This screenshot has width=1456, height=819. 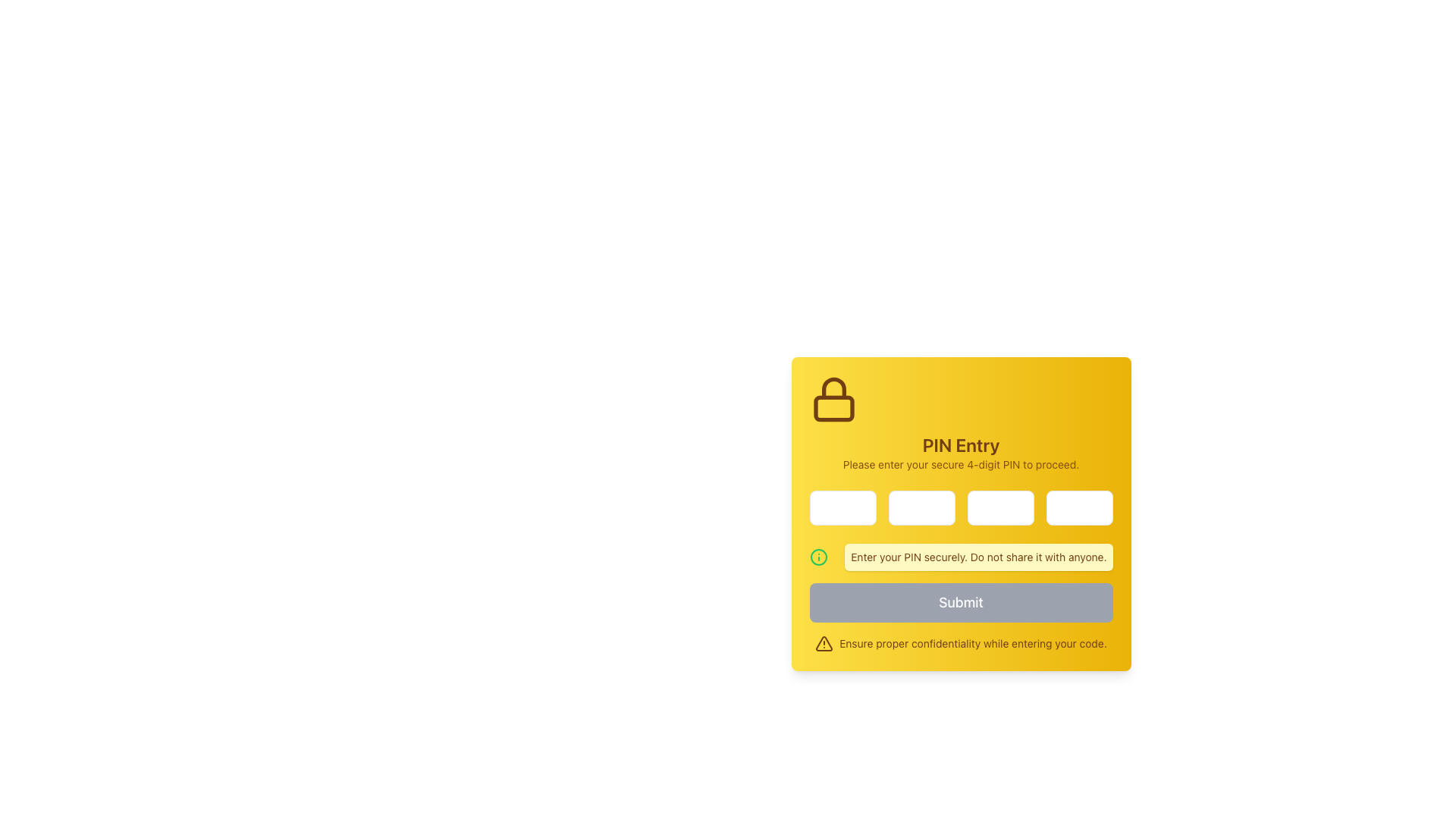 What do you see at coordinates (960, 557) in the screenshot?
I see `the static informational notification box that displays the message 'Enter your PIN securely. Do not share it with anyone.'` at bounding box center [960, 557].